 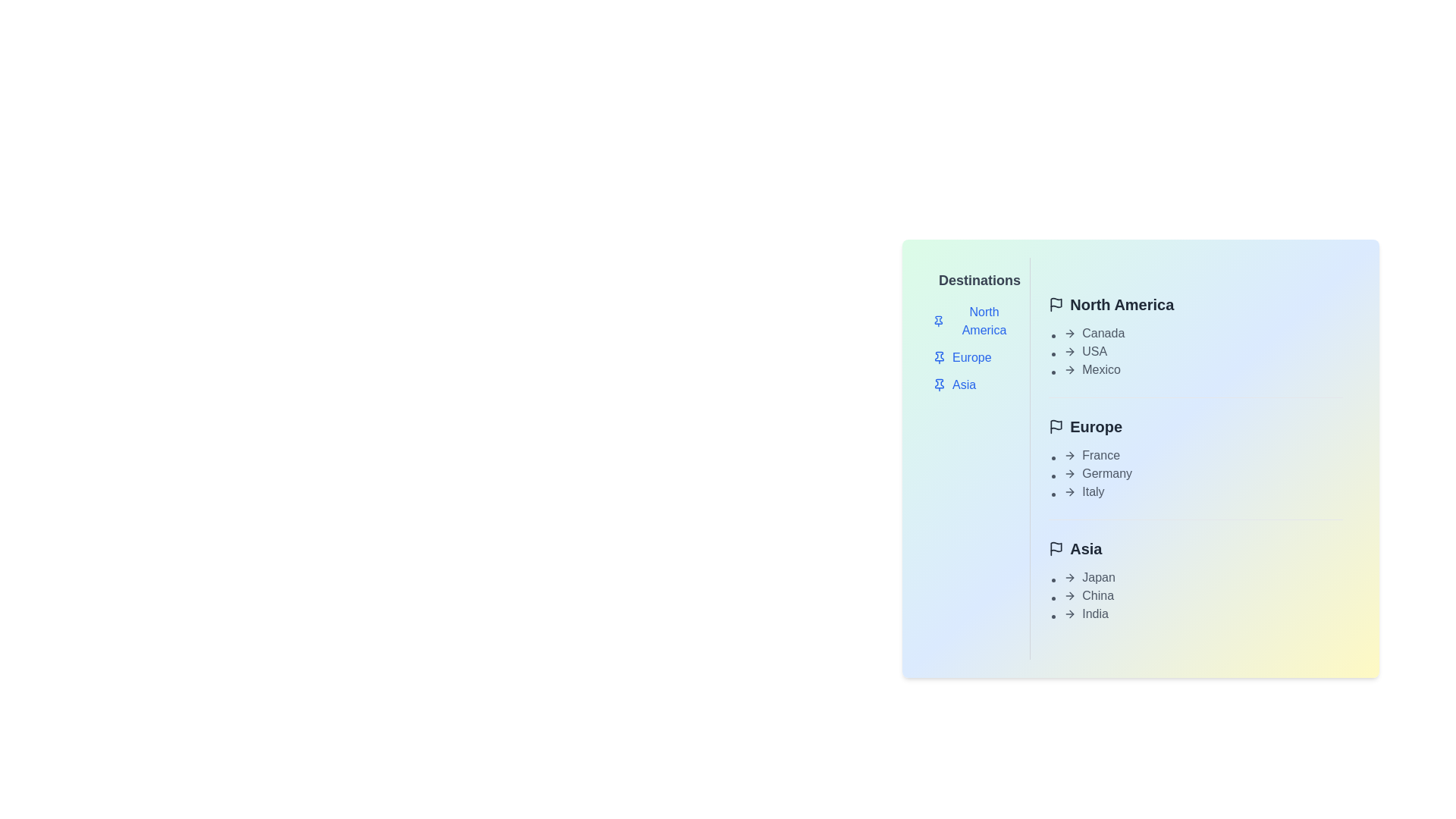 I want to click on the right-pointing arrow icon located to the immediate left of the text 'Germany' within the 'Europe' section, so click(x=1069, y=472).